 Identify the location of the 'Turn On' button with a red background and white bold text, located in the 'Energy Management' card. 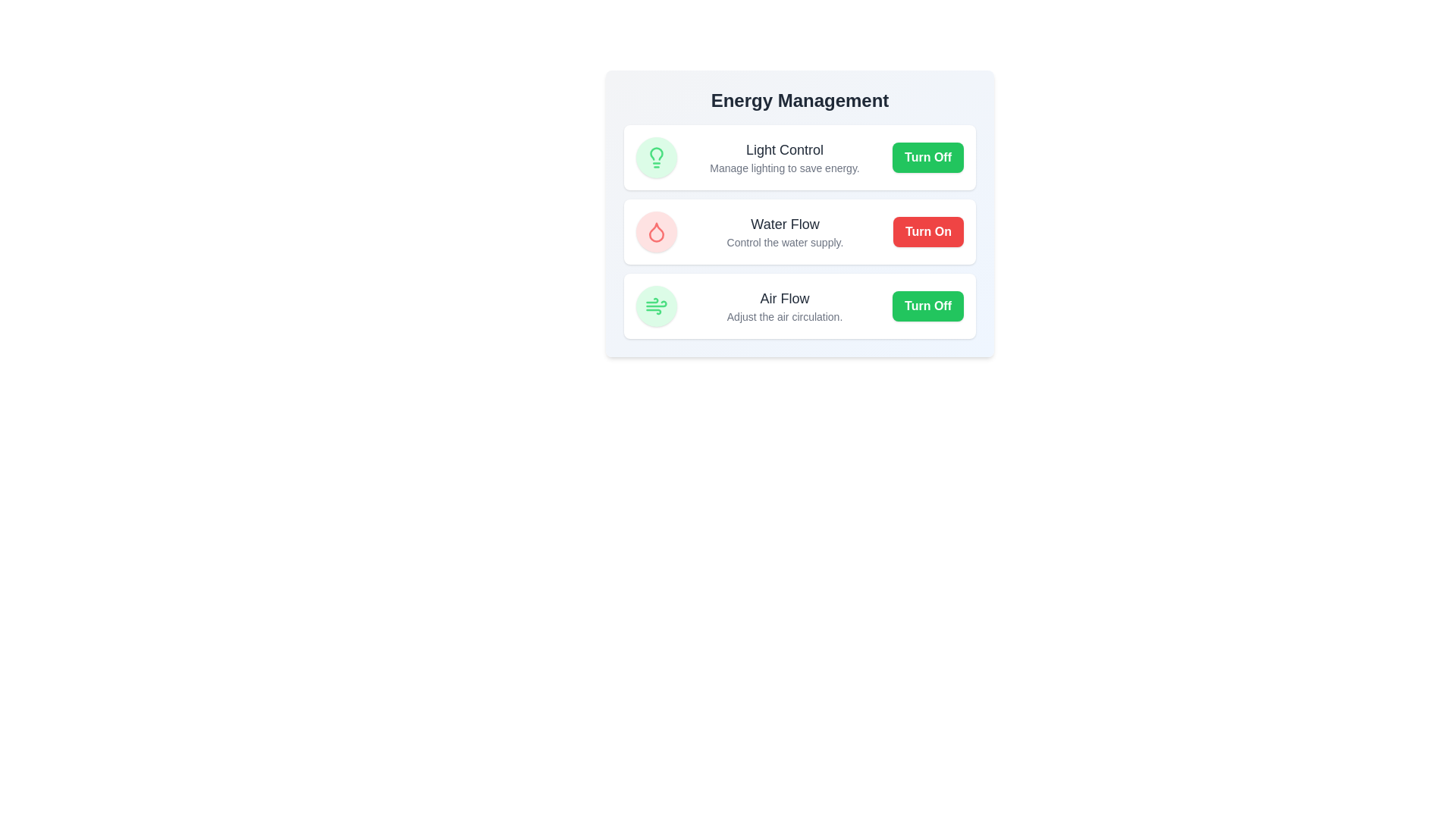
(927, 231).